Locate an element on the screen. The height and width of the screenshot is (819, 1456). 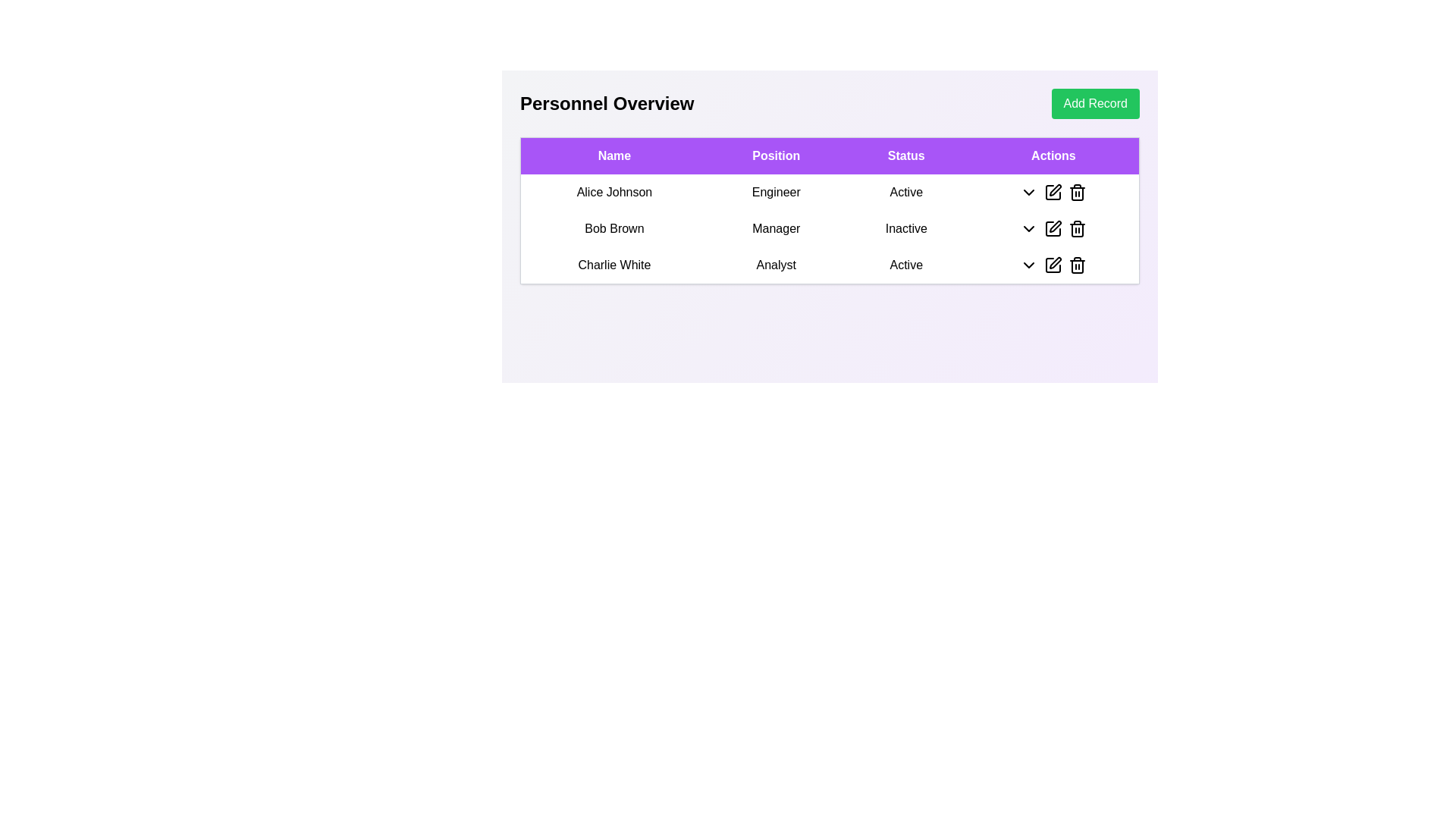
the trash bin icon in the third row under the 'Actions' column to initiate a delete action for Charlie White's entry is located at coordinates (1076, 265).